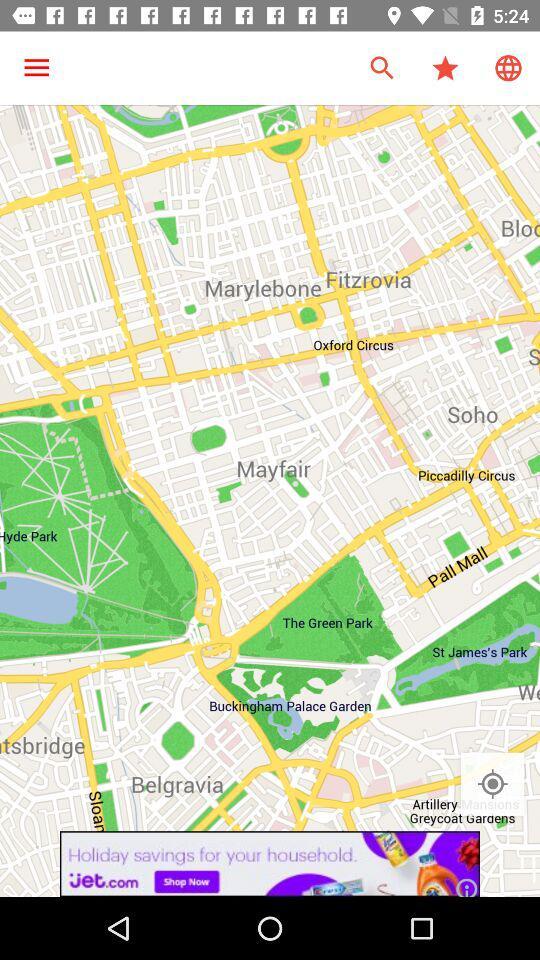 This screenshot has height=960, width=540. I want to click on advertisement, so click(270, 863).